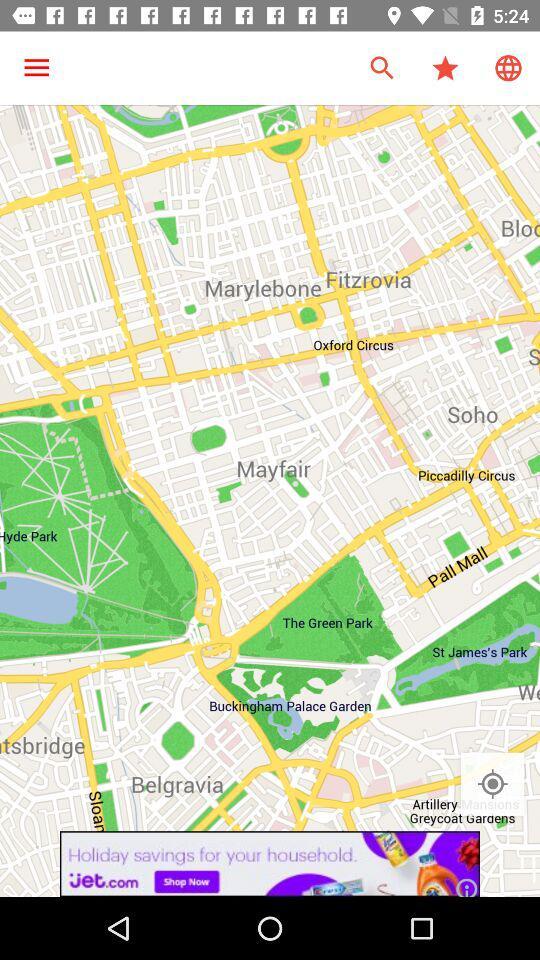 This screenshot has height=960, width=540. I want to click on advertisement, so click(270, 863).